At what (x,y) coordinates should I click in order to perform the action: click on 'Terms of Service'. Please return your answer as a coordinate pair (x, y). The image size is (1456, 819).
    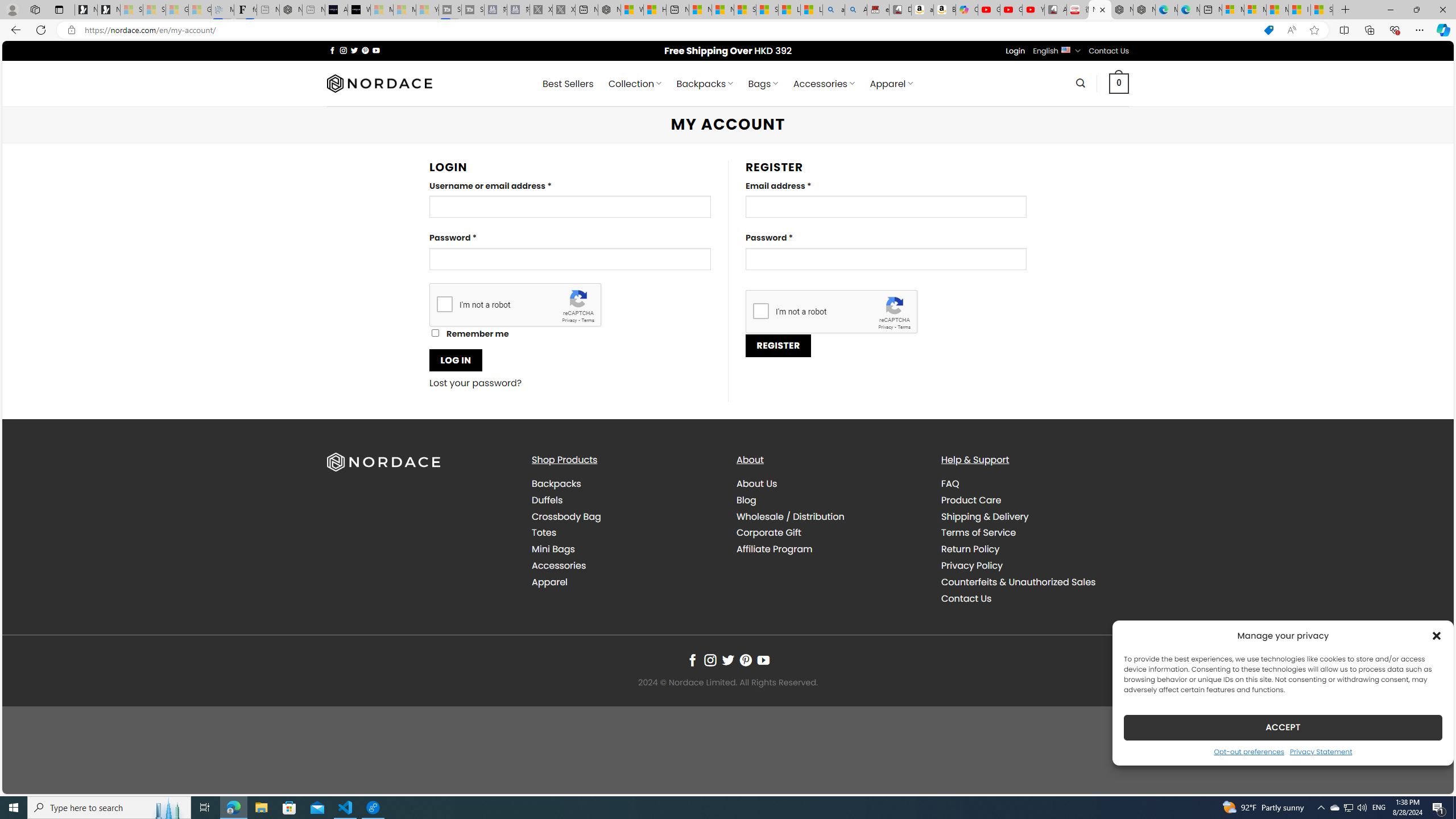
    Looking at the image, I should click on (1034, 533).